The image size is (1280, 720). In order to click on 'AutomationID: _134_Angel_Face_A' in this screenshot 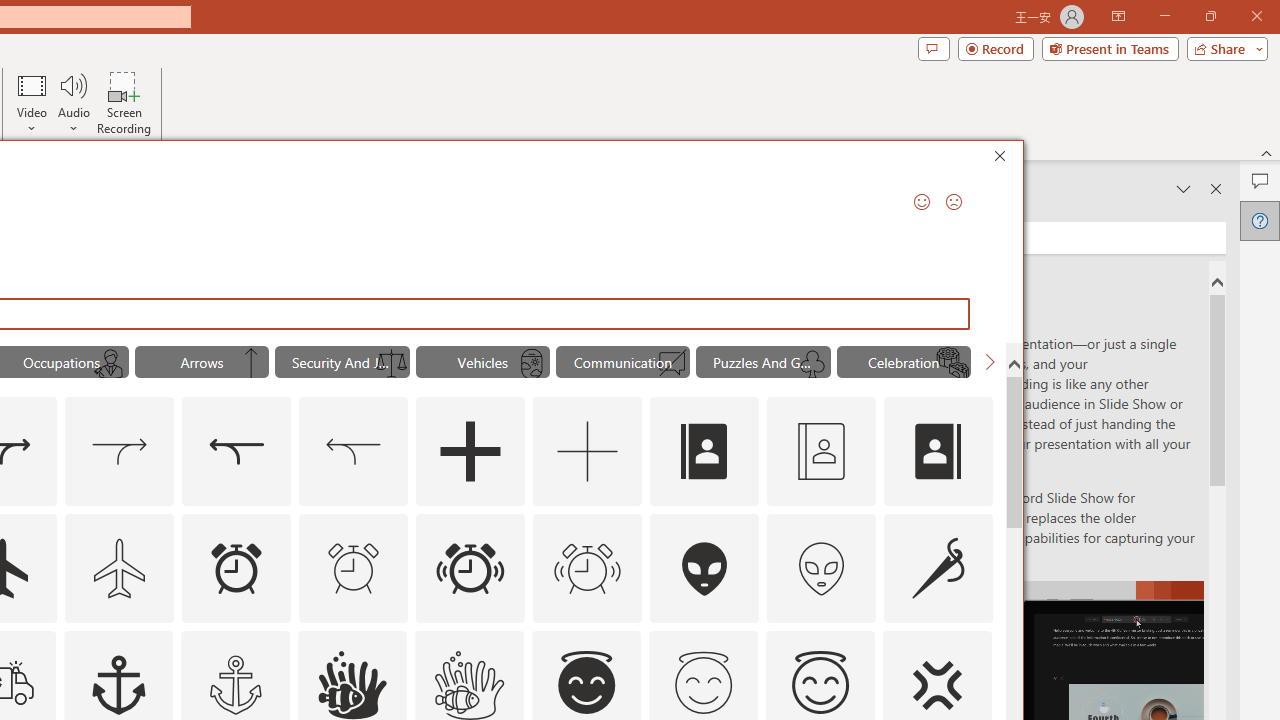, I will do `click(585, 681)`.